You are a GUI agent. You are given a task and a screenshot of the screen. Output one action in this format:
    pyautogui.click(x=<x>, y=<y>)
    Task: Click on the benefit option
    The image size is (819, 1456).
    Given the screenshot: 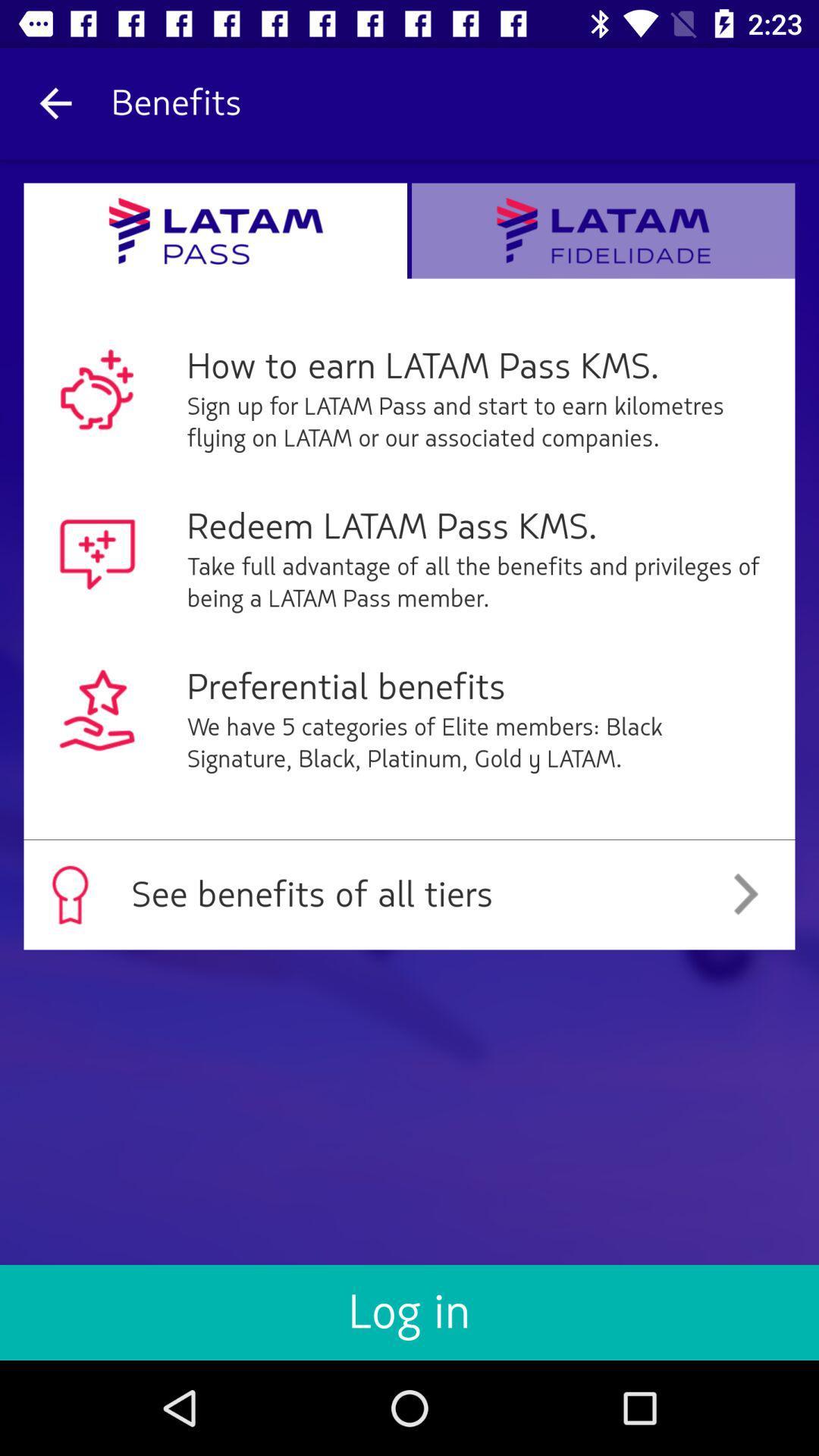 What is the action you would take?
    pyautogui.click(x=602, y=230)
    